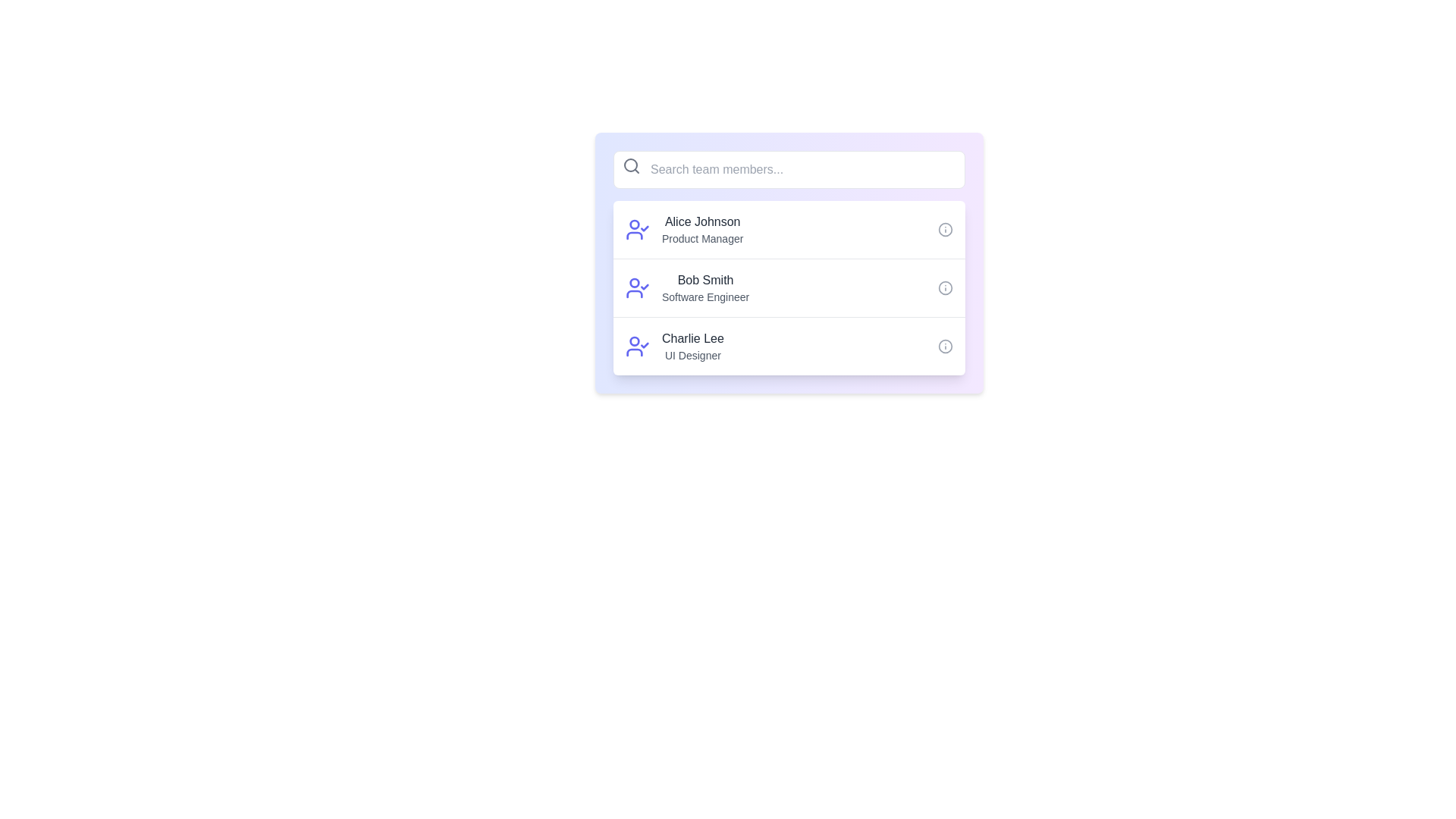 The width and height of the screenshot is (1456, 819). Describe the element at coordinates (637, 230) in the screenshot. I see `the status represented by the user profile icon with a checkmark, styled in indigo color, located to the left of the text 'Alice Johnson Product Manager'` at that location.